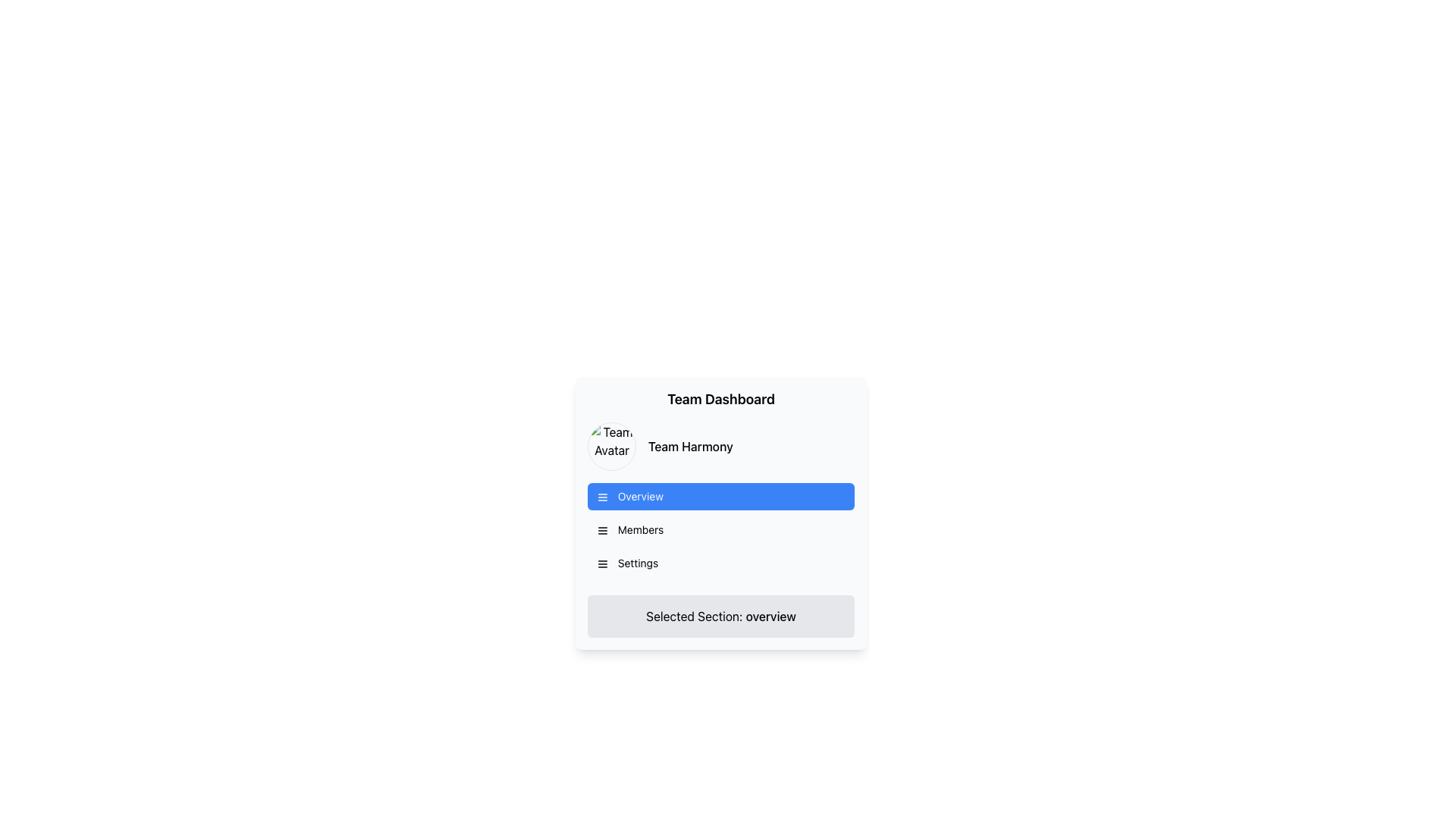 The height and width of the screenshot is (819, 1456). Describe the element at coordinates (720, 497) in the screenshot. I see `the blue rectangular 'Overview' button with rounded corners` at that location.